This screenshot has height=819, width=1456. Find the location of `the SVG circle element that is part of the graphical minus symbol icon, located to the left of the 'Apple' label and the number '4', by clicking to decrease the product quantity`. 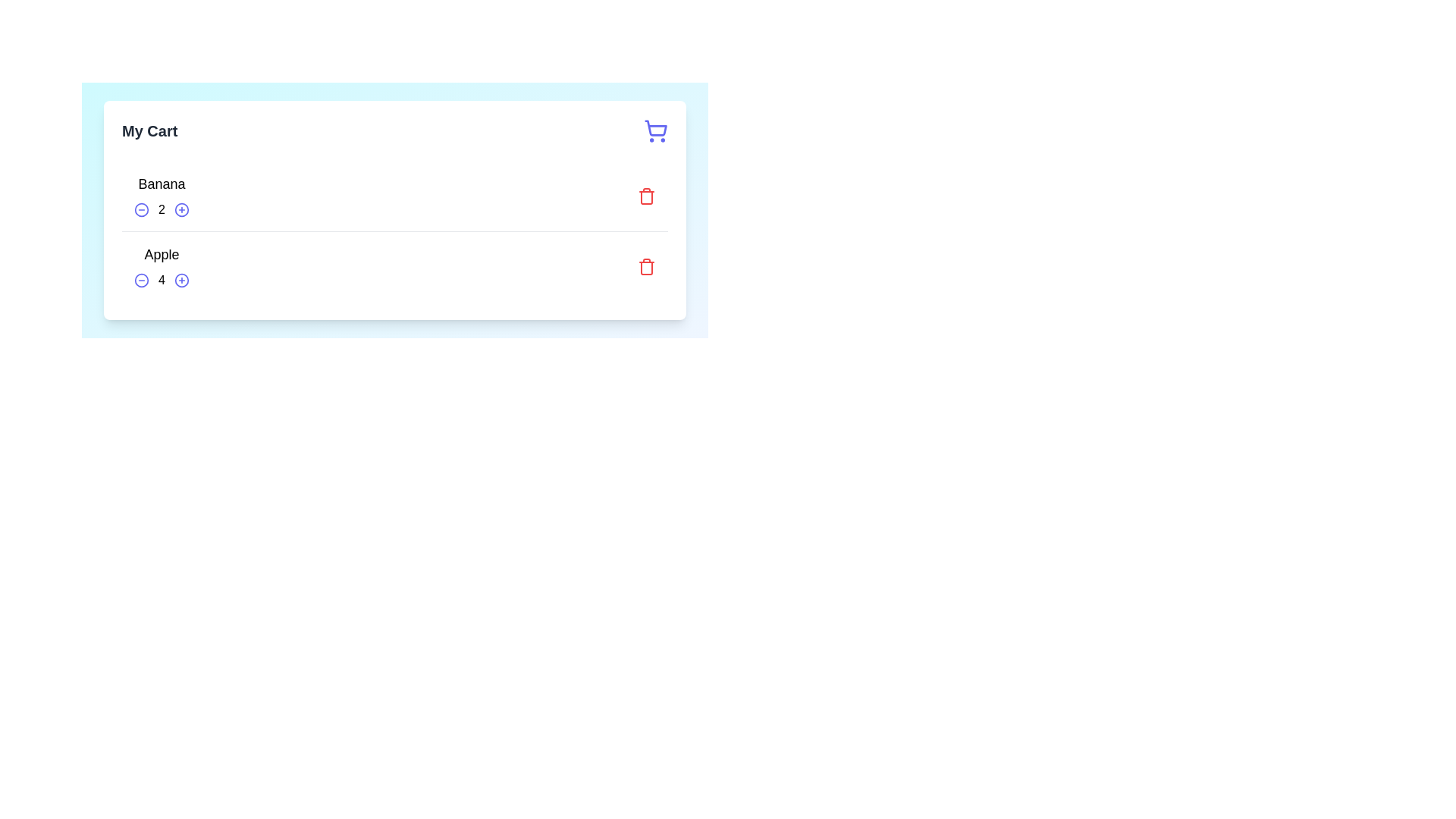

the SVG circle element that is part of the graphical minus symbol icon, located to the left of the 'Apple' label and the number '4', by clicking to decrease the product quantity is located at coordinates (142, 281).